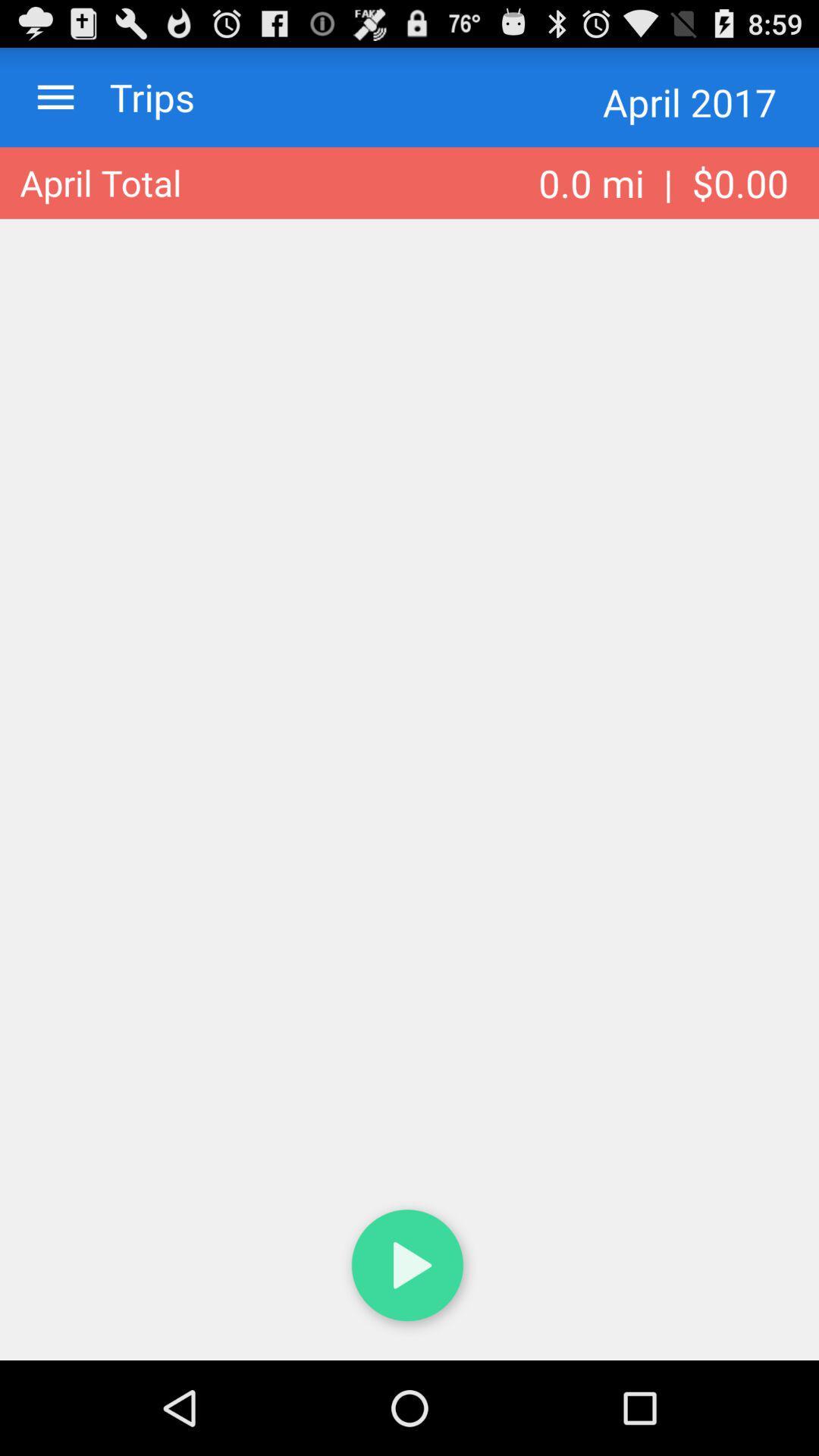 Image resolution: width=819 pixels, height=1456 pixels. I want to click on menu, so click(55, 96).